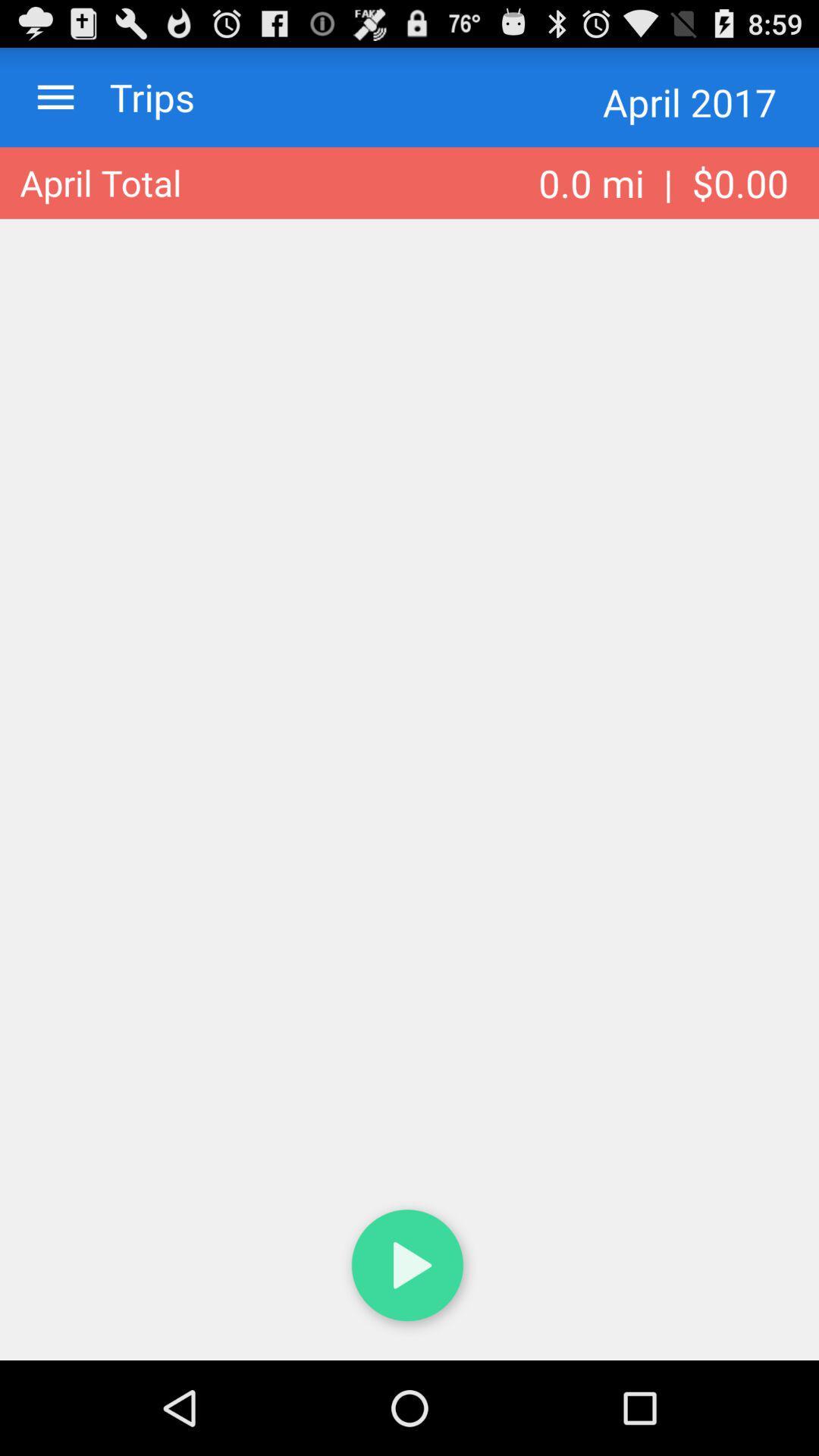 Image resolution: width=819 pixels, height=1456 pixels. I want to click on menu, so click(55, 96).